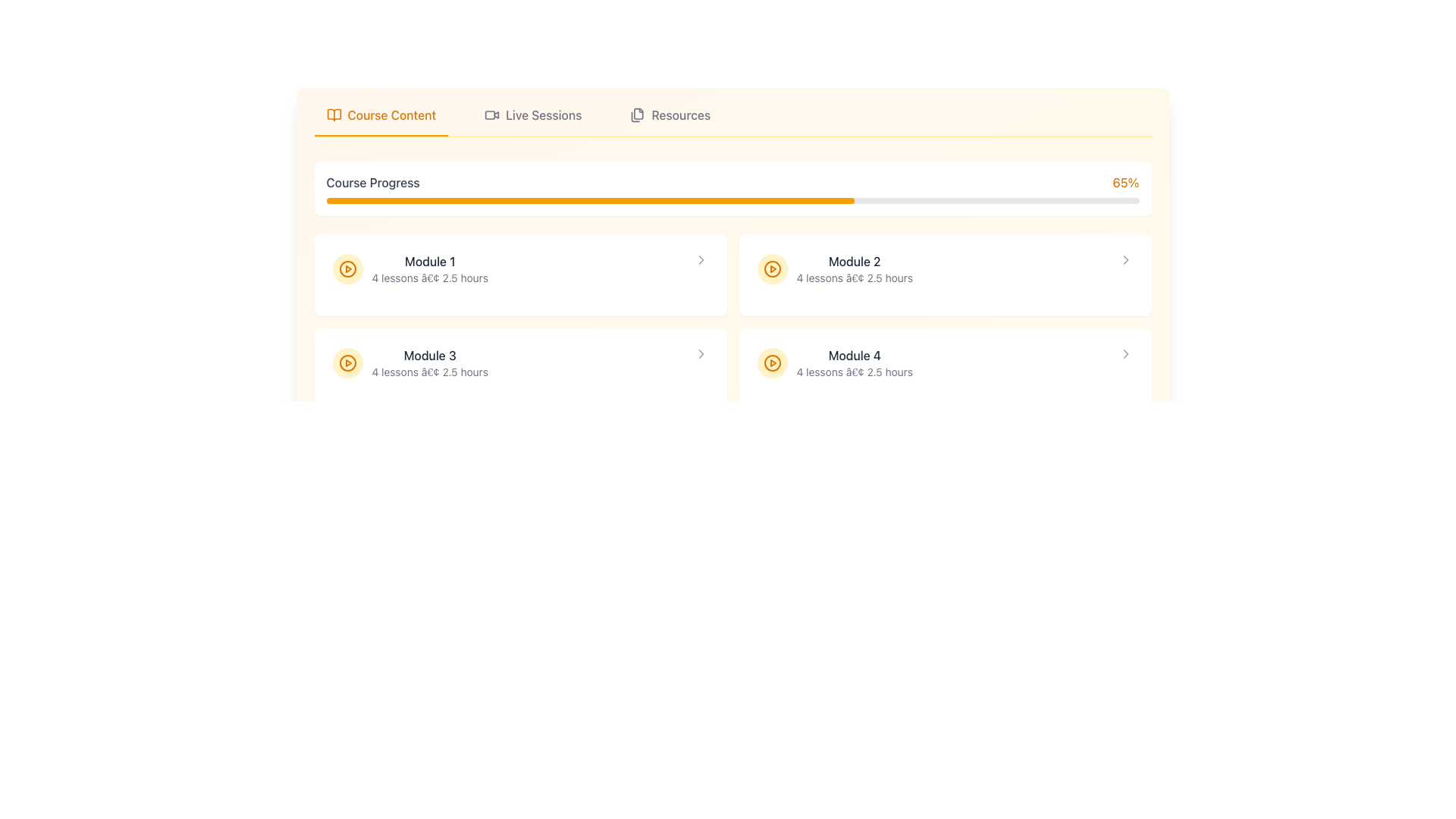 The width and height of the screenshot is (1456, 819). Describe the element at coordinates (429, 356) in the screenshot. I see `the text label that serves as the title for 'Module 3' in the course content listing` at that location.